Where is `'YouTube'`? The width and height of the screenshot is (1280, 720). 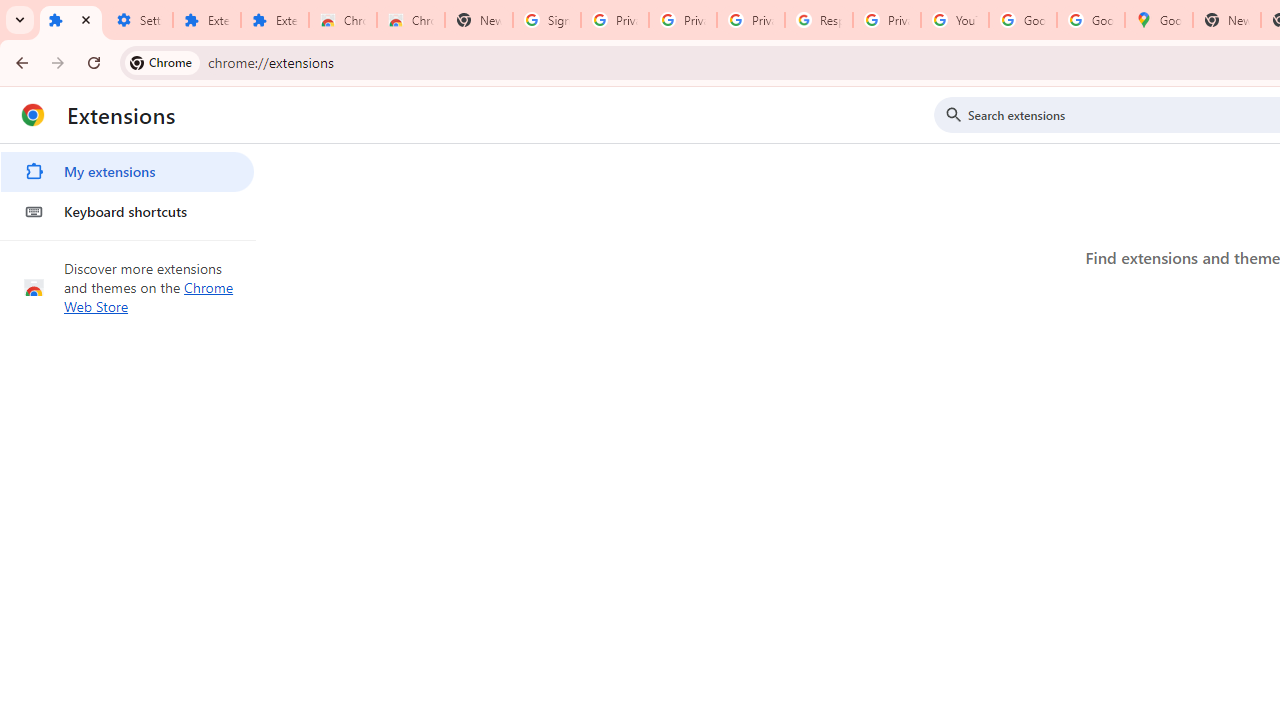
'YouTube' is located at coordinates (953, 20).